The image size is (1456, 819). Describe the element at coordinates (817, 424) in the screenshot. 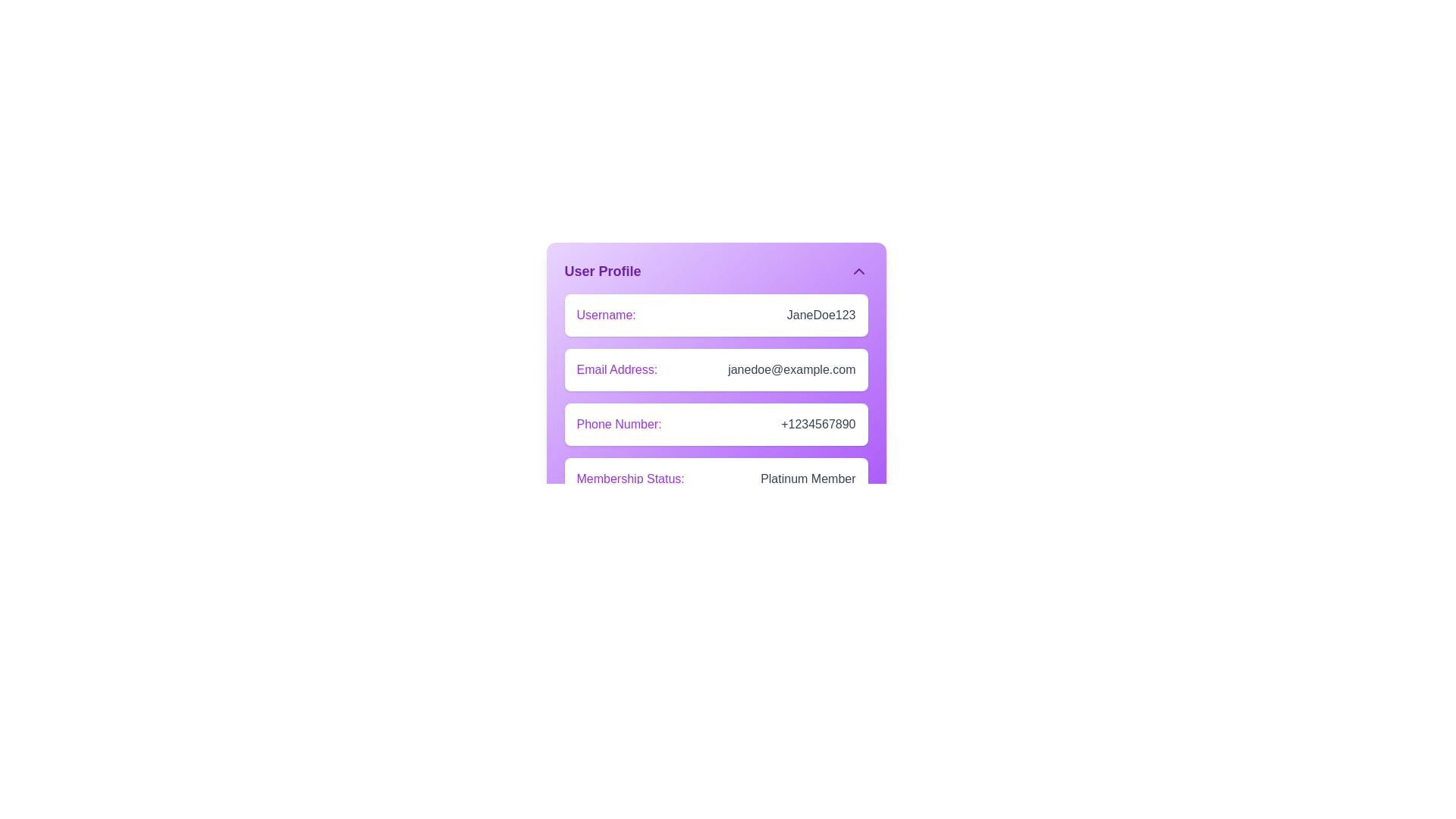

I see `the label displaying the phone number '+1234567890' which changes color on hover, located to the right of 'Phone Number:' in the user profile section` at that location.